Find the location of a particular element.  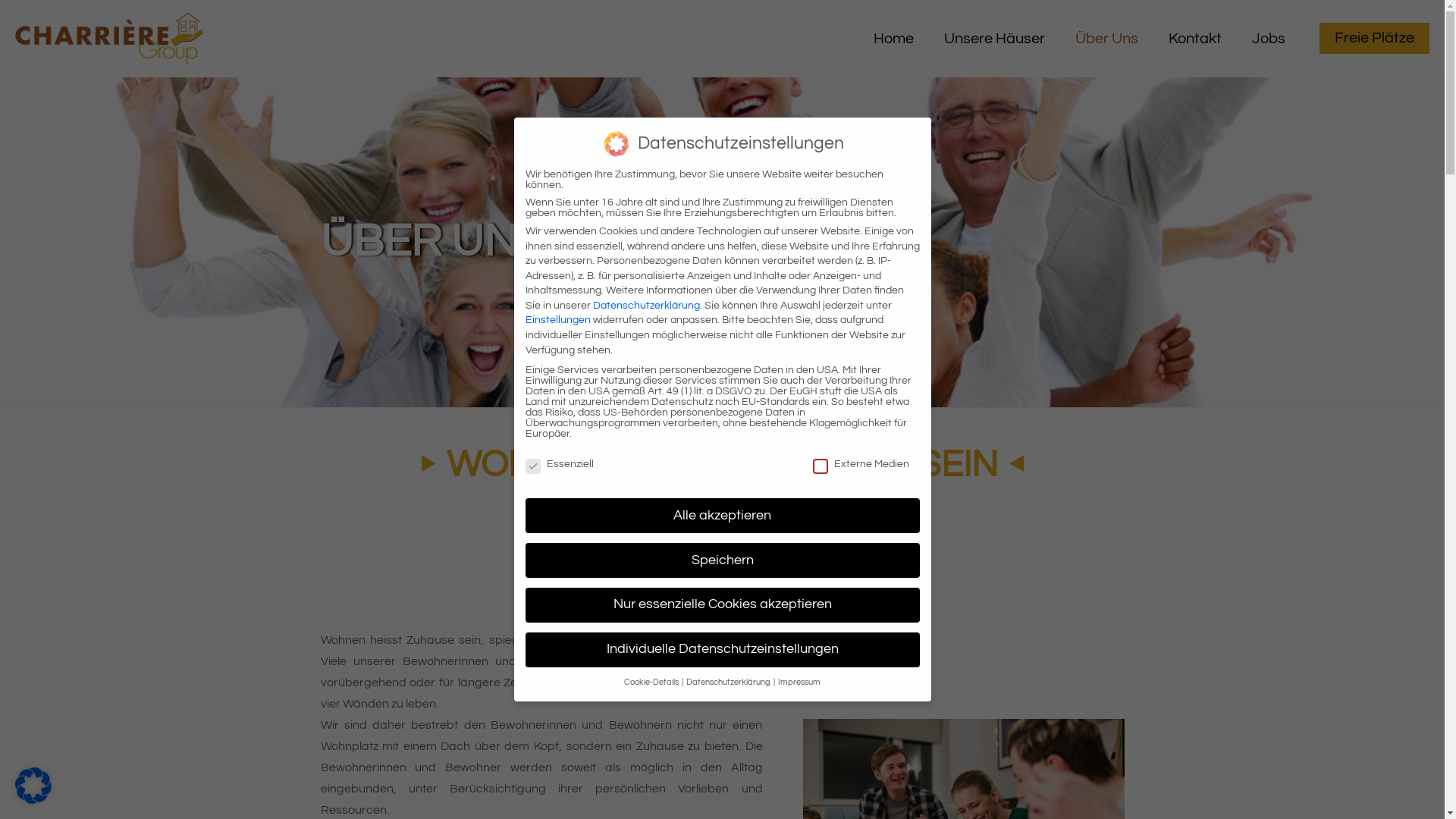

'Cookie-Details' is located at coordinates (623, 681).